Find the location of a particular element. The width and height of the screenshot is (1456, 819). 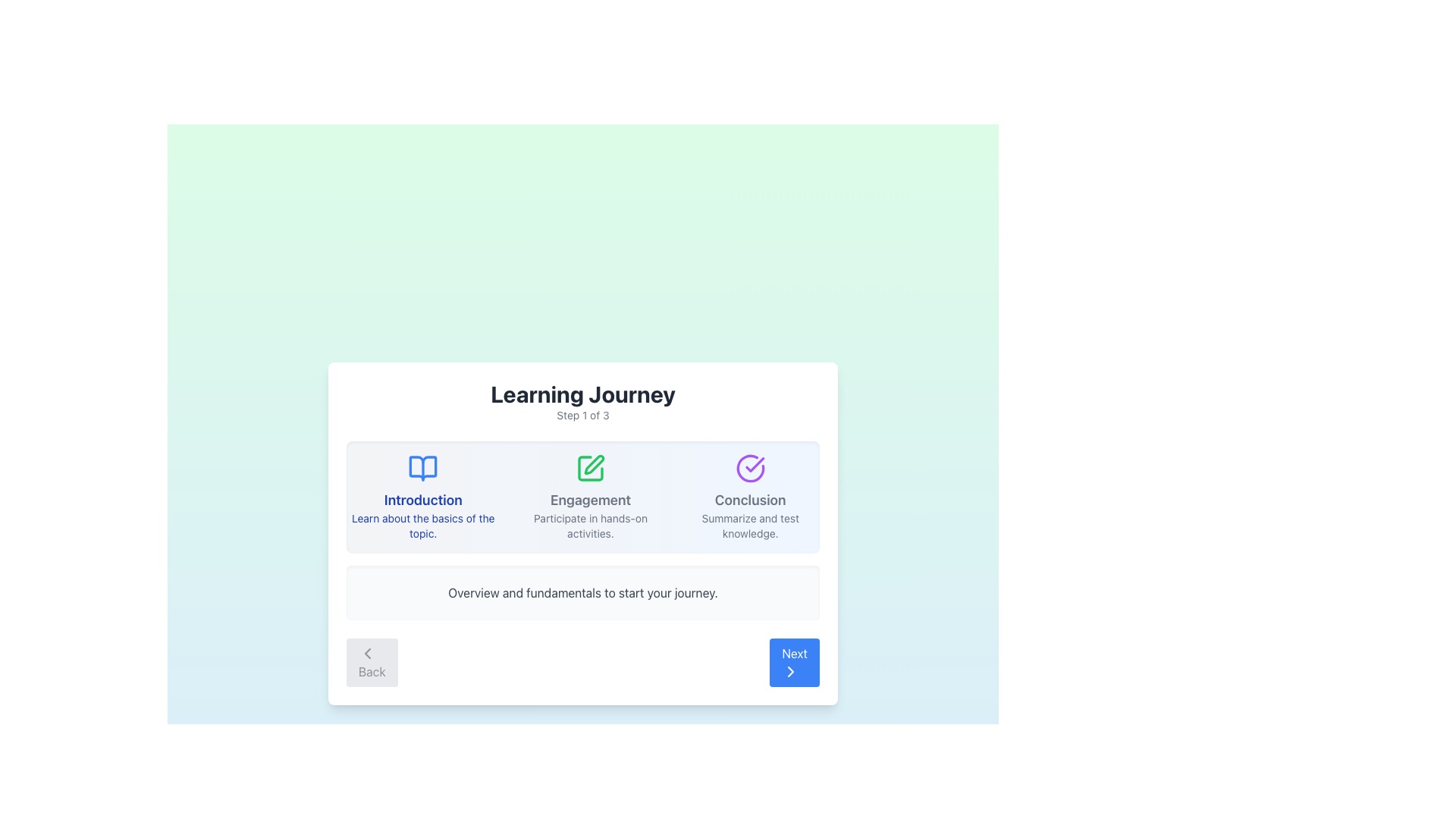

the 'Back' button that contains a leftward-pointing chevron icon, located at the bottom-left of the 'Learning Journey' interface is located at coordinates (367, 652).